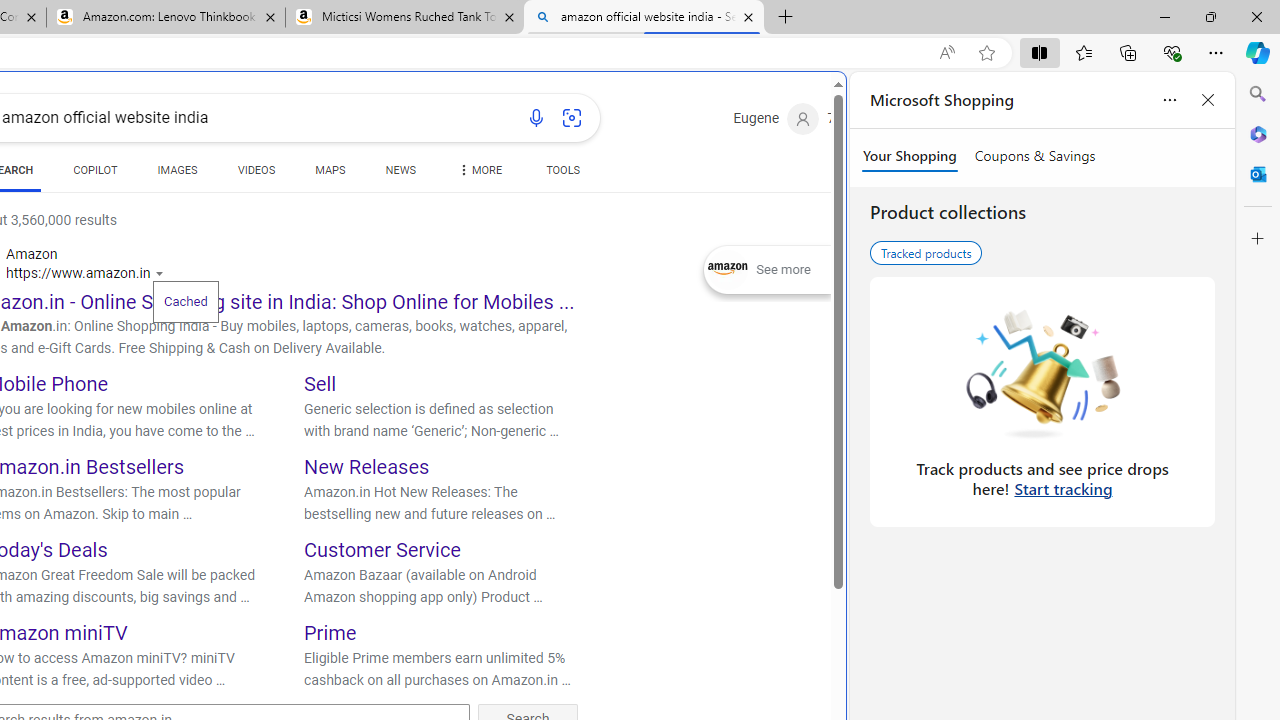  I want to click on 'Search using an image', so click(571, 118).